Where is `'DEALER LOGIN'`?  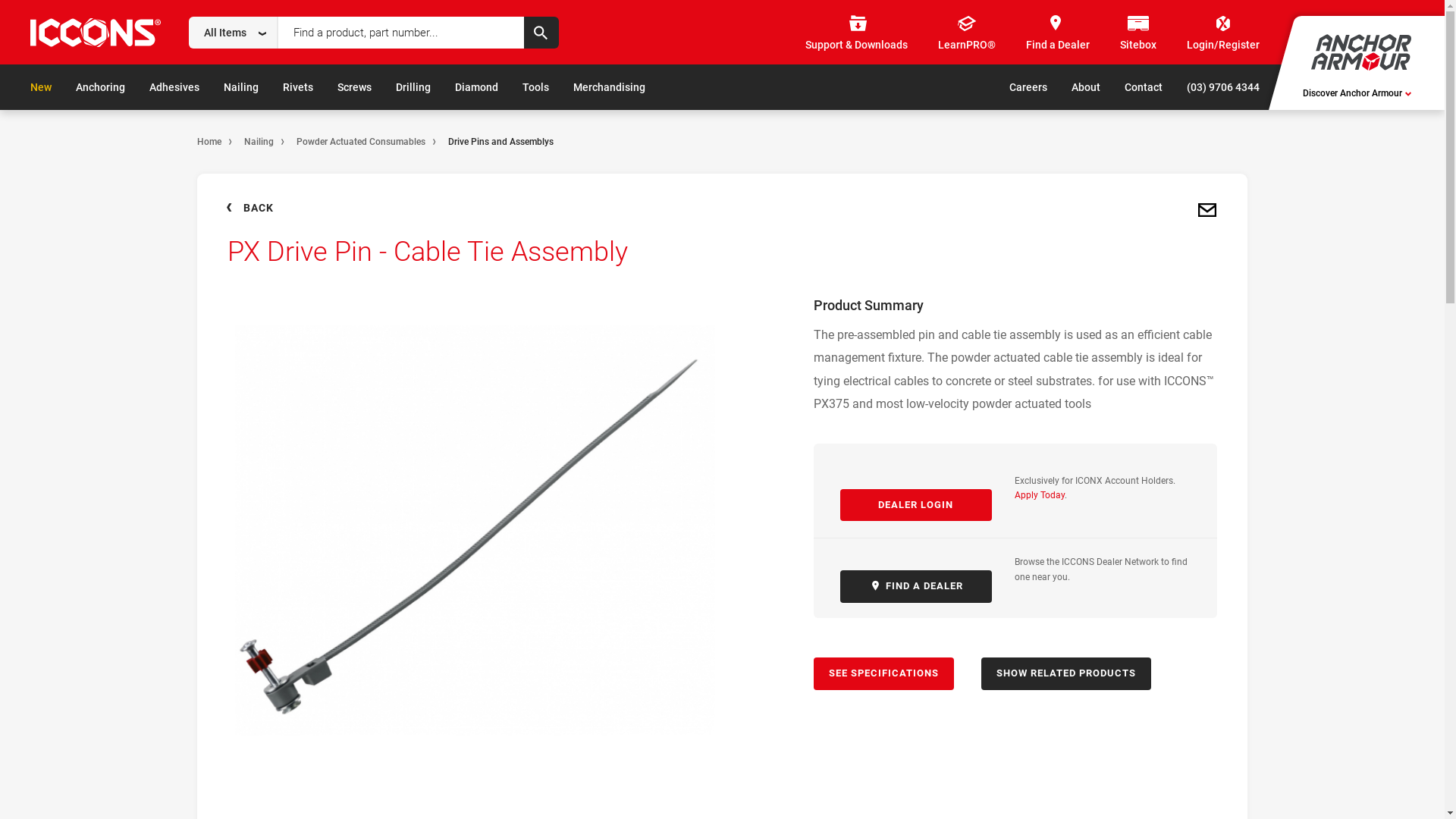
'DEALER LOGIN' is located at coordinates (915, 505).